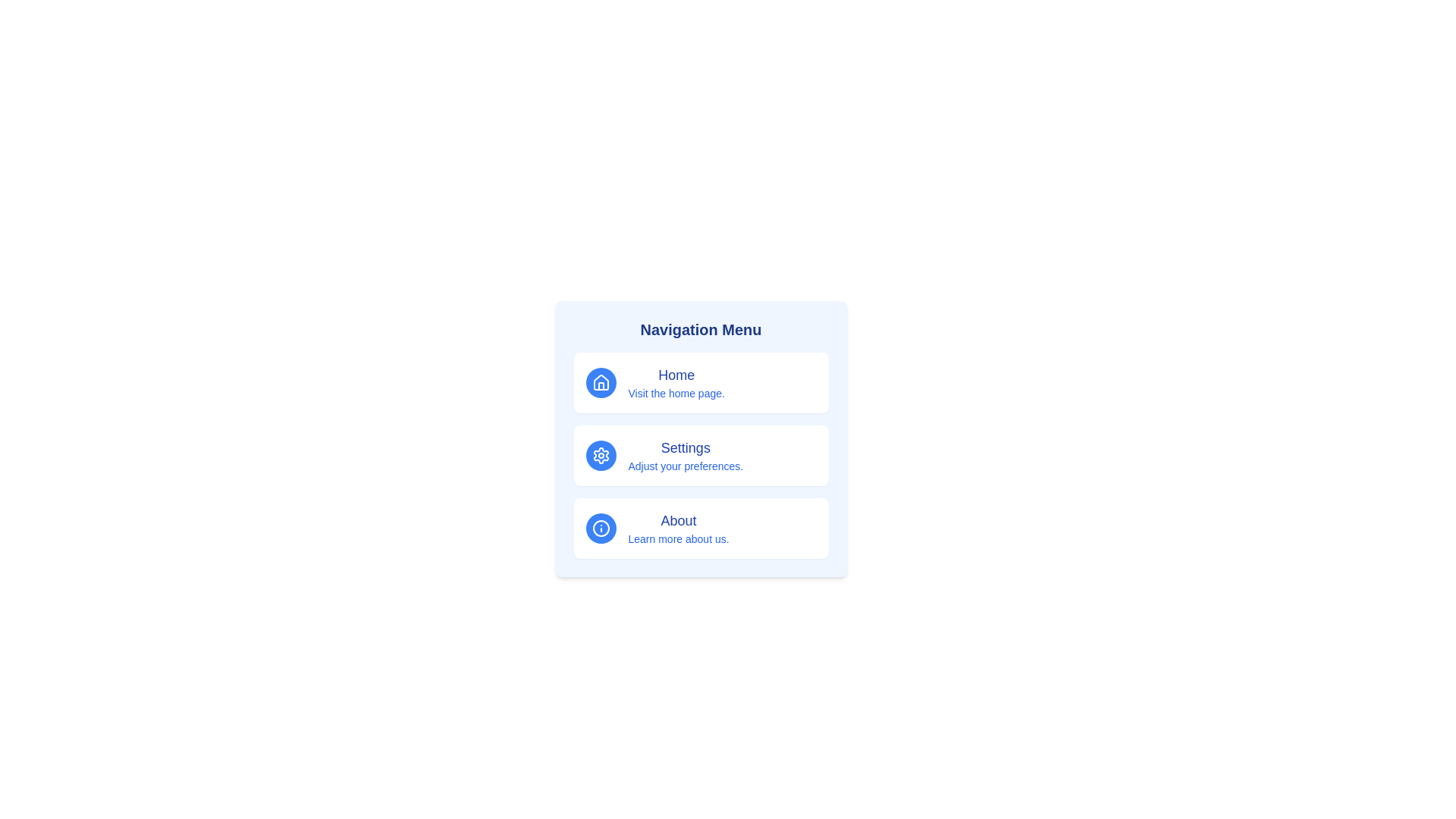 This screenshot has width=1456, height=819. What do you see at coordinates (700, 438) in the screenshot?
I see `the 'Settings' button card, which has a light blue background, a gear icon at the top-left corner, and the text 'Settings' in bold blue` at bounding box center [700, 438].